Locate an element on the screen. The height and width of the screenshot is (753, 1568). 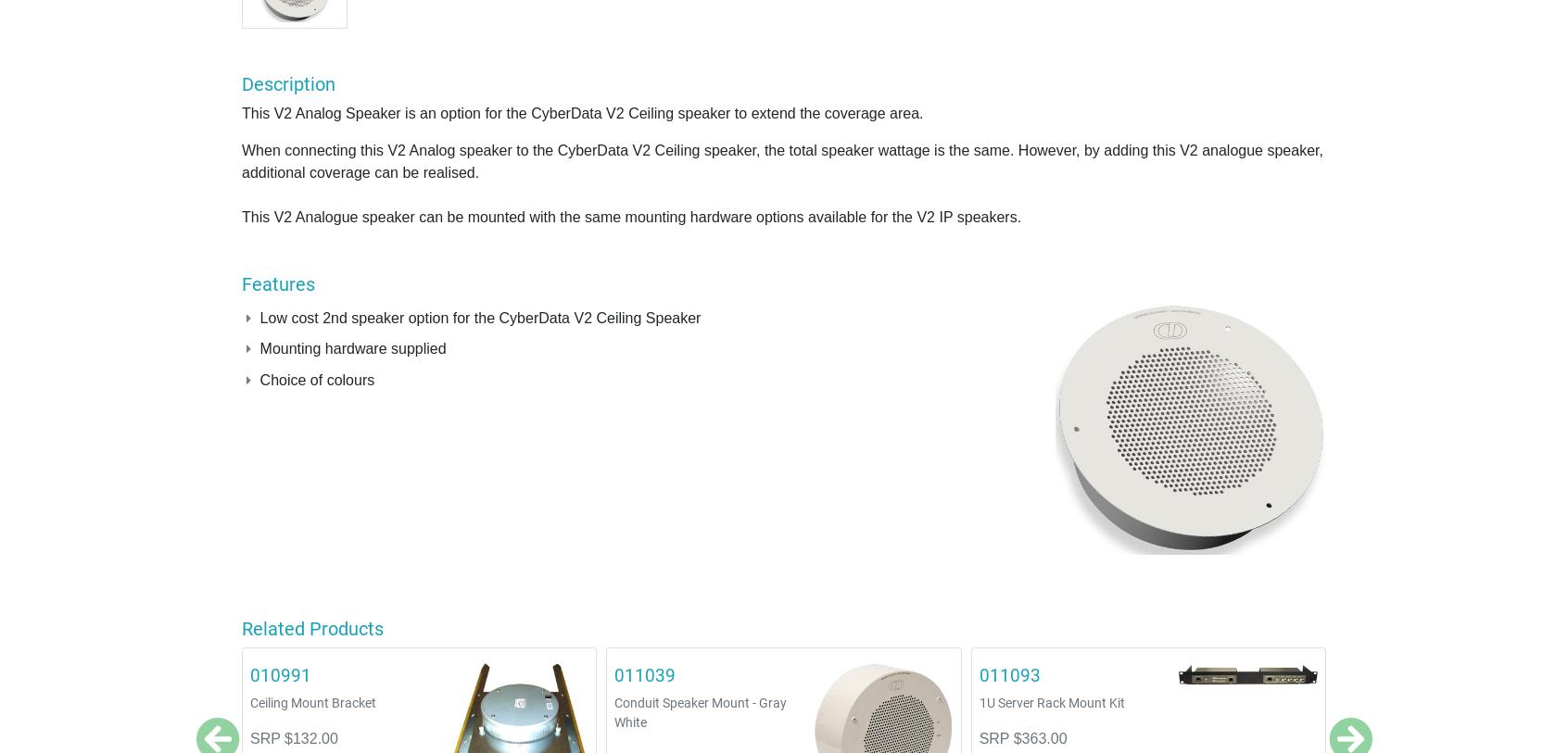
'Choice of colours' is located at coordinates (315, 379).